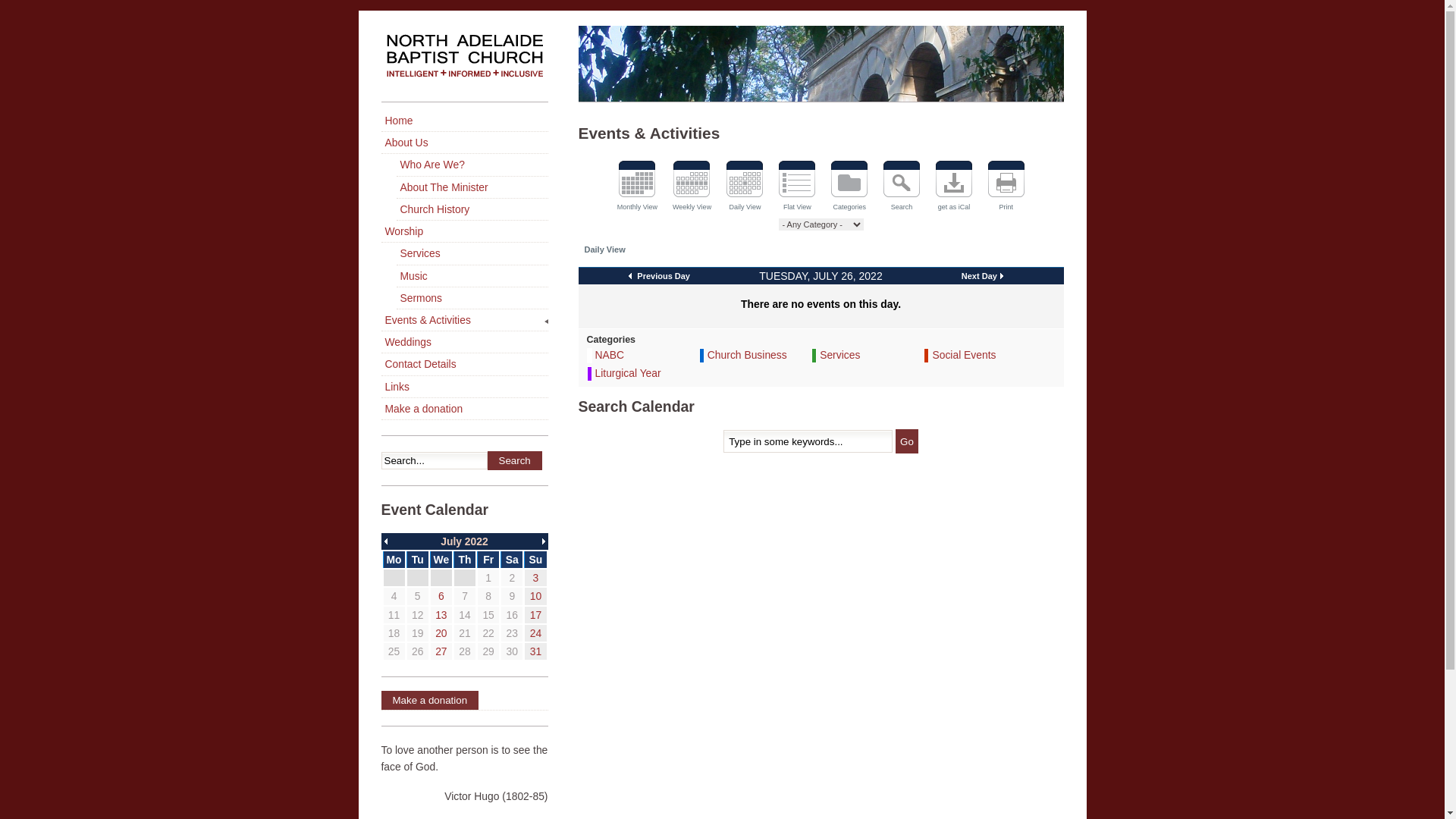 This screenshot has height=819, width=1456. Describe the element at coordinates (383, 540) in the screenshot. I see `'<'` at that location.